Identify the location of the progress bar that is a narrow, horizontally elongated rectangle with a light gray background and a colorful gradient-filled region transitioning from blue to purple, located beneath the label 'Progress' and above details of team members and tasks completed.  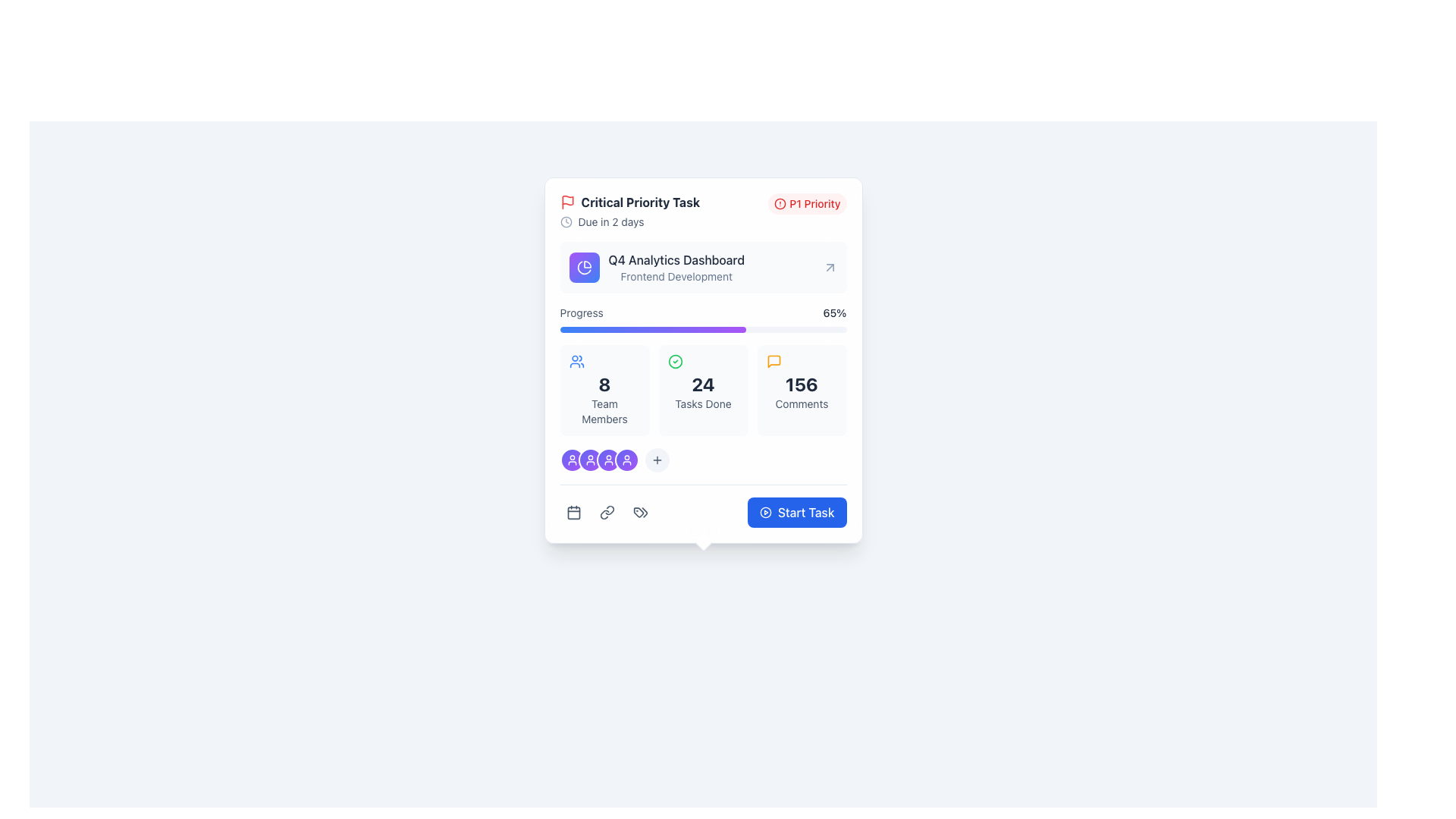
(702, 329).